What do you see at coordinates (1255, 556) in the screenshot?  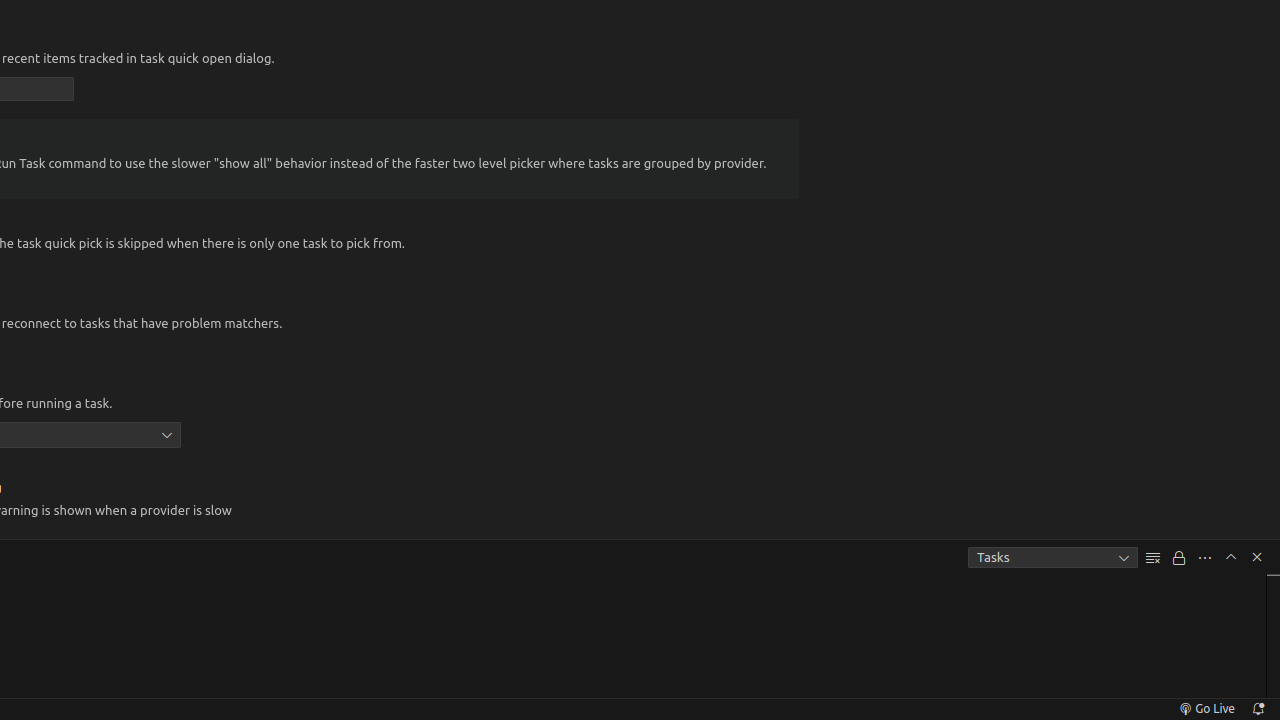 I see `'Hide Panel'` at bounding box center [1255, 556].